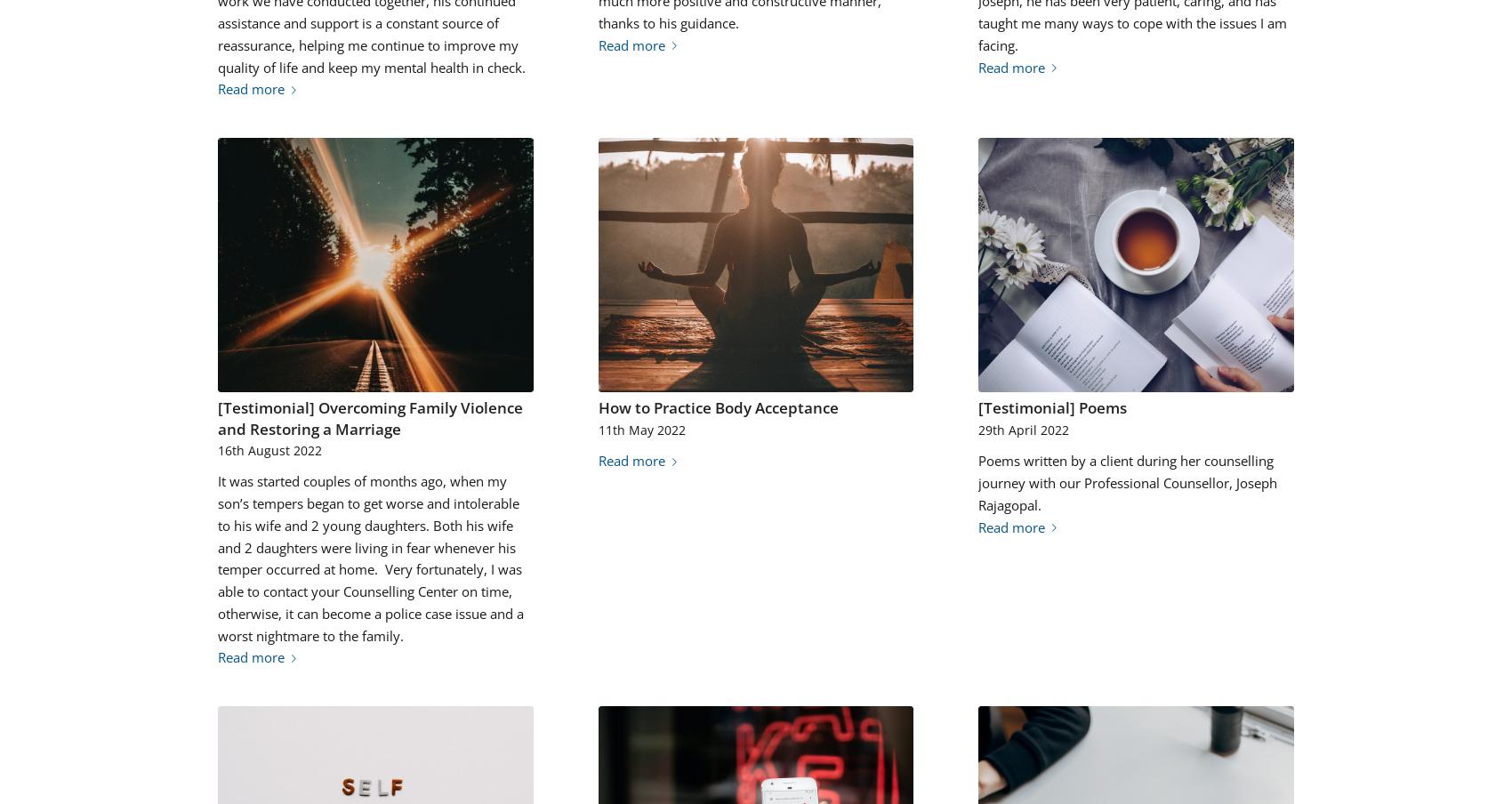 Image resolution: width=1512 pixels, height=804 pixels. Describe the element at coordinates (1127, 482) in the screenshot. I see `'Poems written by a client during her counselling journey with our Professional Counsellor, Joseph Rajagopal.'` at that location.